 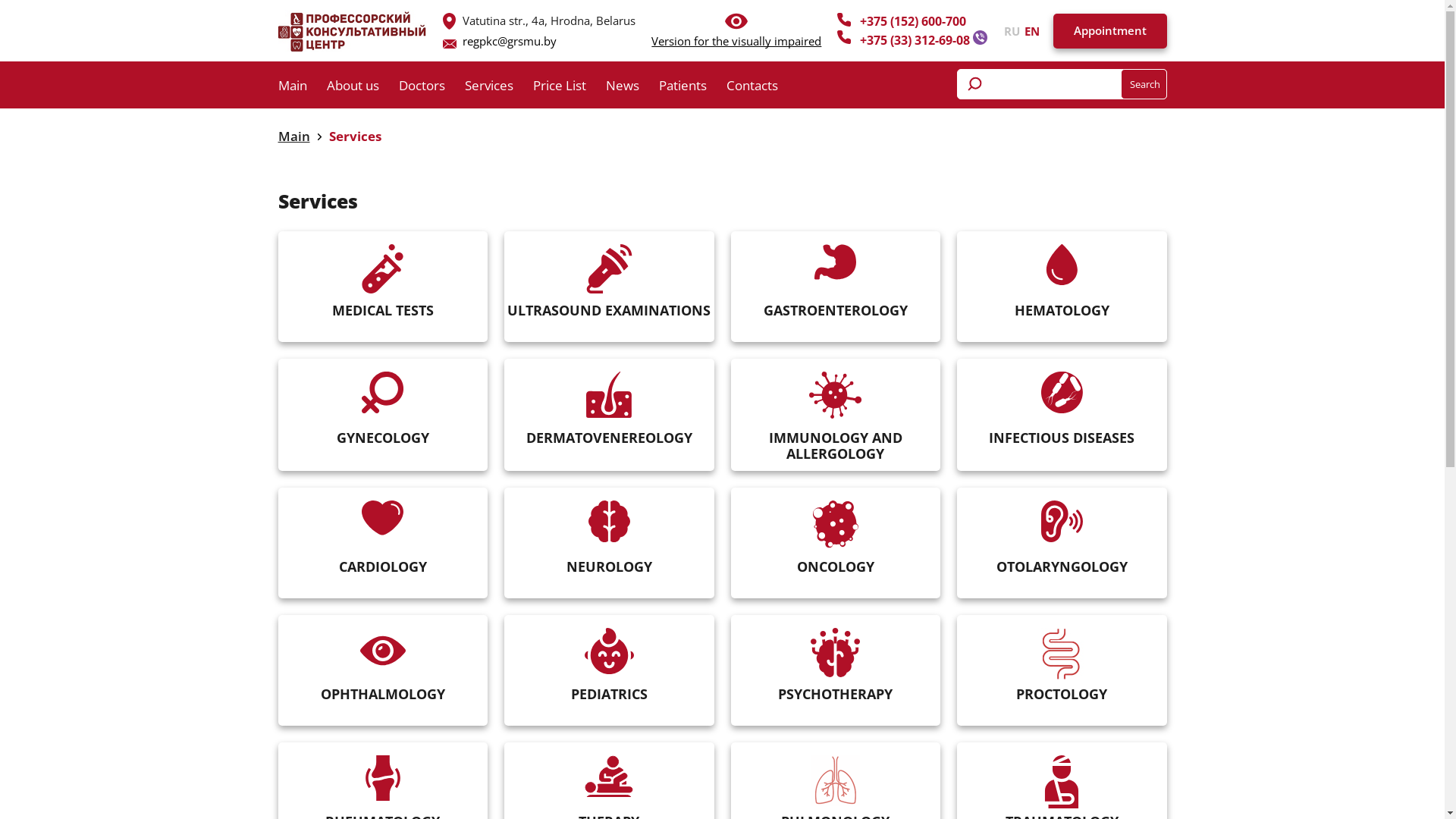 I want to click on 'Neurology', so click(x=588, y=520).